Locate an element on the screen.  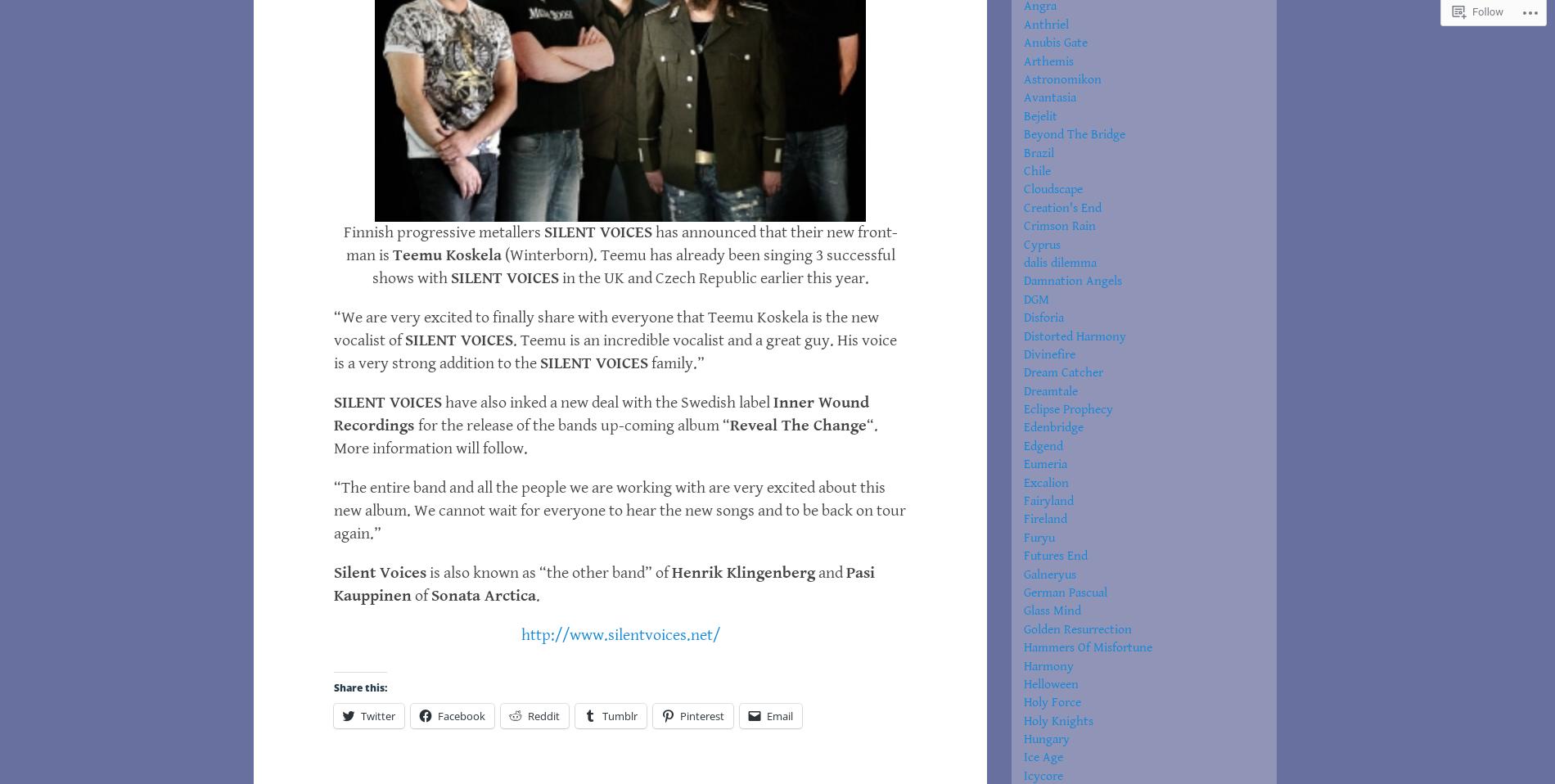
'“. More information will follow.' is located at coordinates (605, 435).